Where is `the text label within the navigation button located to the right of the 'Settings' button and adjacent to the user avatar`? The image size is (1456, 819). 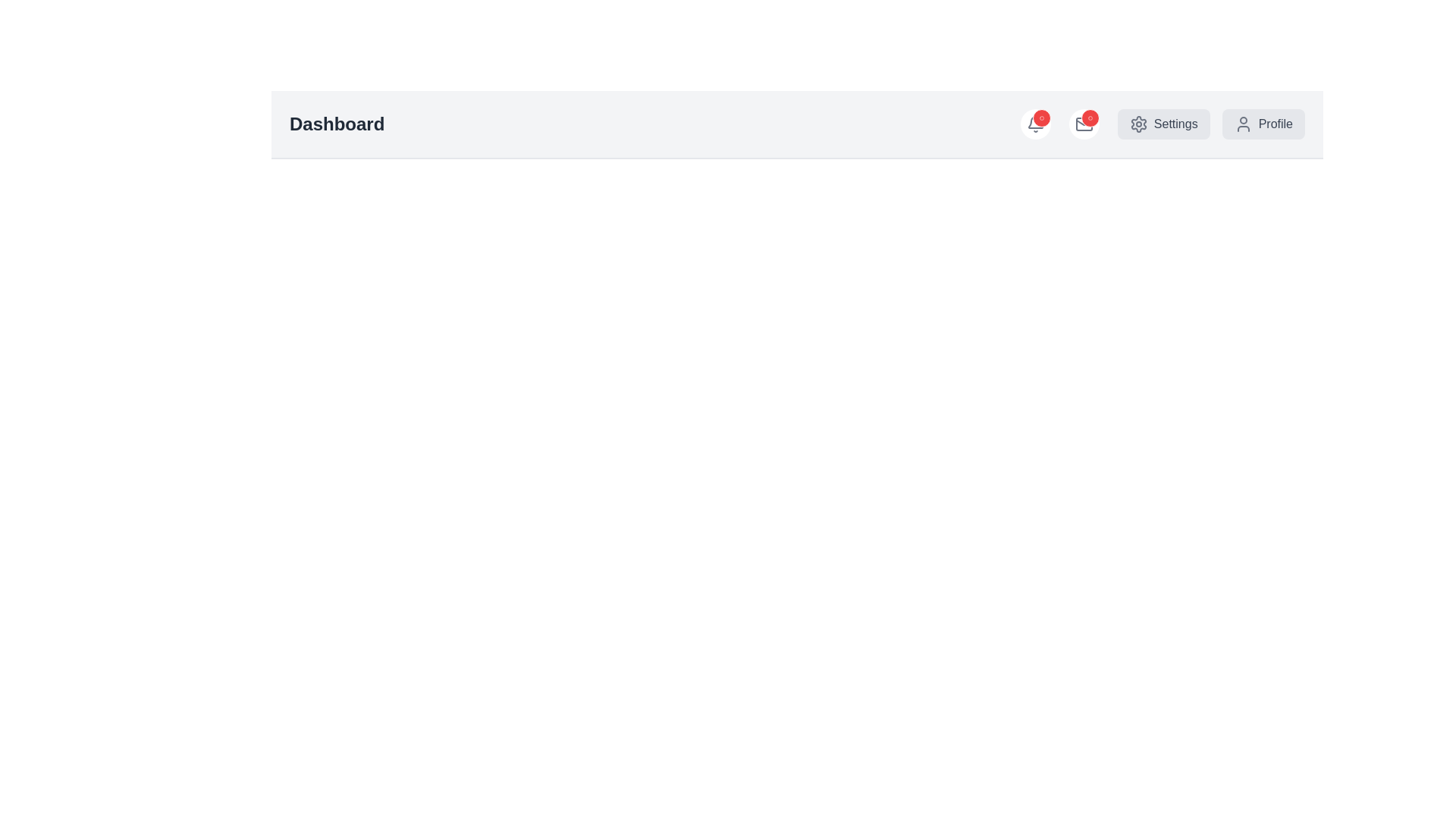
the text label within the navigation button located to the right of the 'Settings' button and adjacent to the user avatar is located at coordinates (1275, 124).